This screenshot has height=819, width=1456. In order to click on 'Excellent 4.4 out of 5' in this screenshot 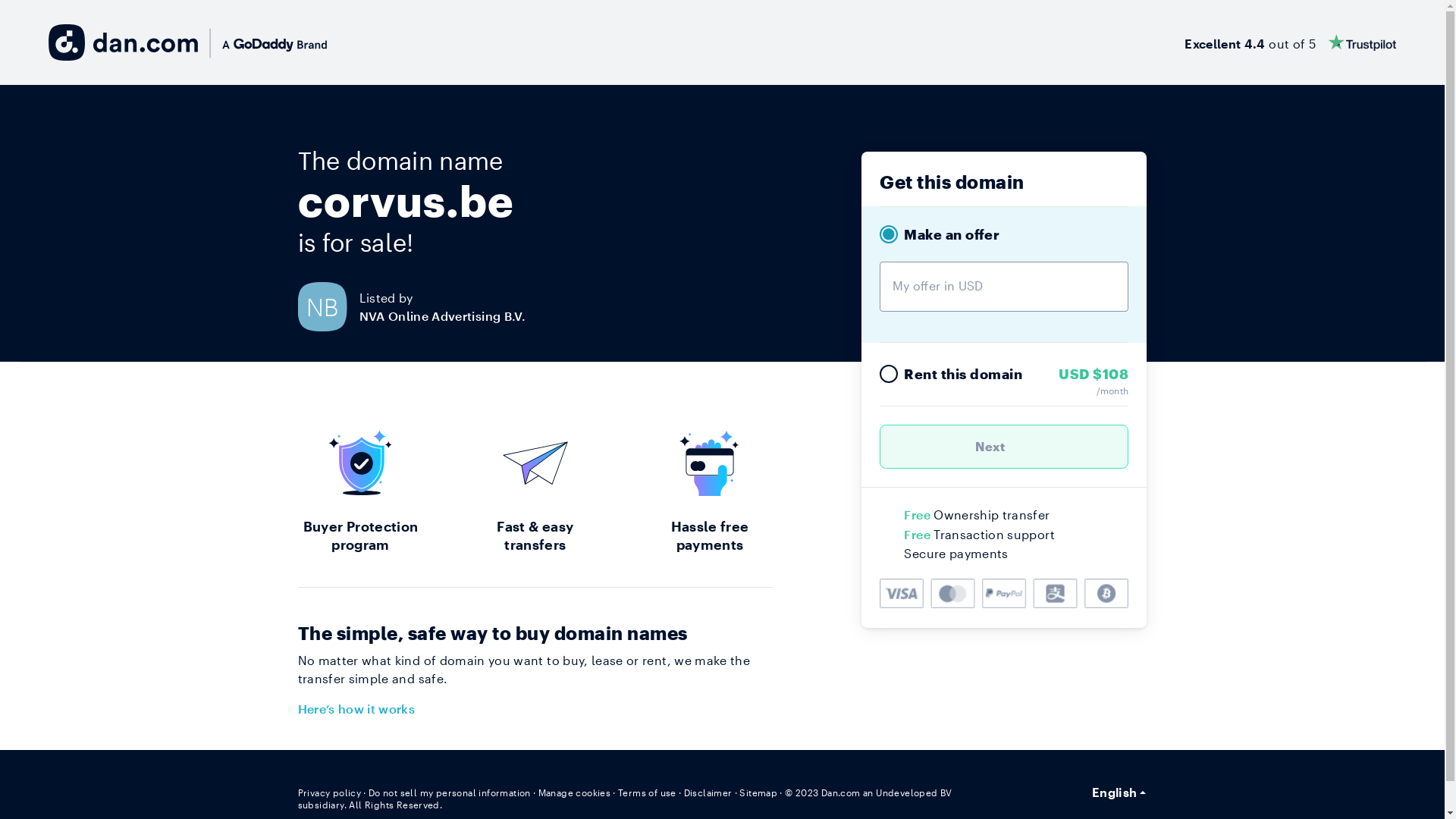, I will do `click(1289, 42)`.